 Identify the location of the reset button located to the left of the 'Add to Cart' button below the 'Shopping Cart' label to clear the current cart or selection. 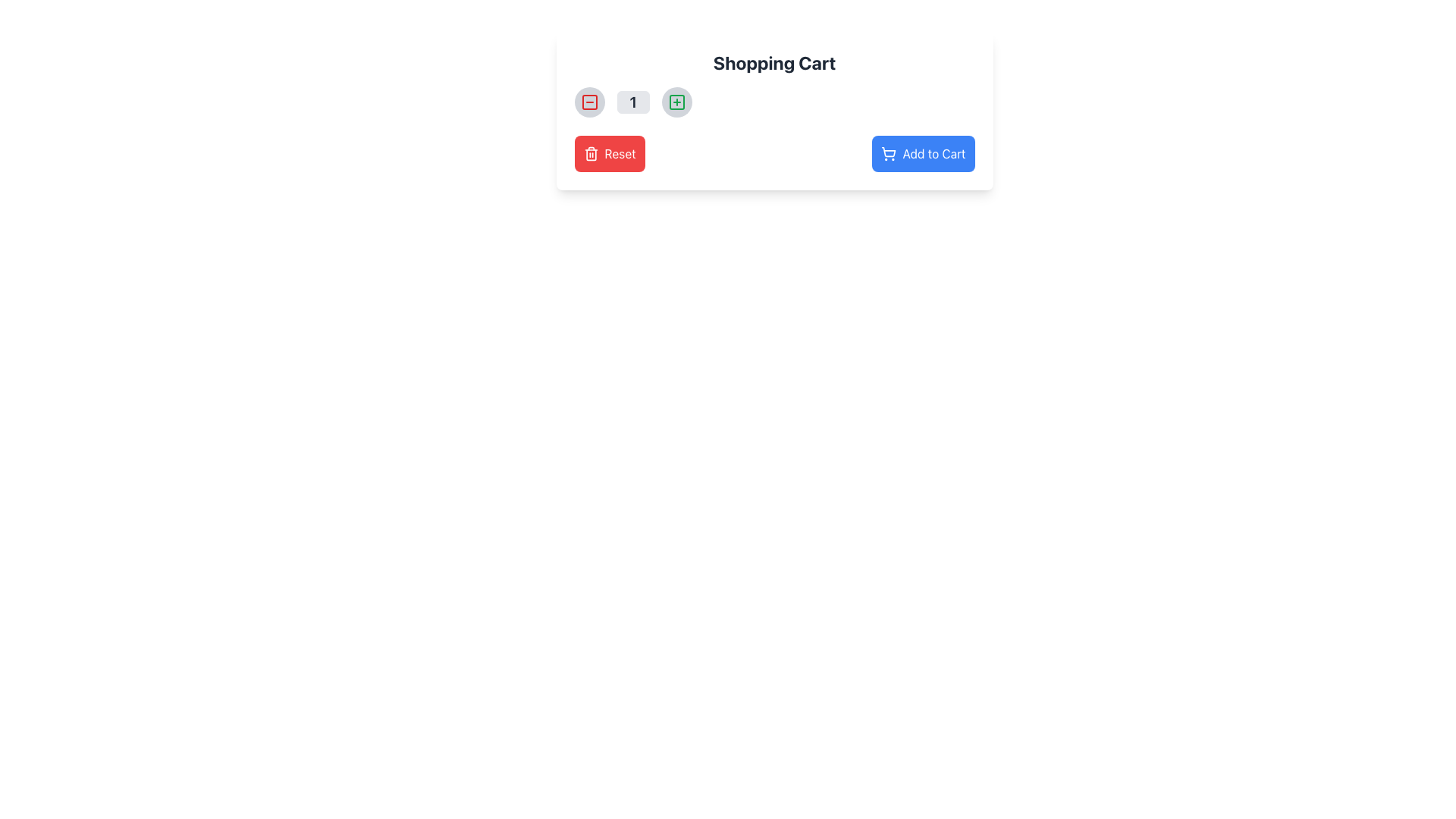
(610, 154).